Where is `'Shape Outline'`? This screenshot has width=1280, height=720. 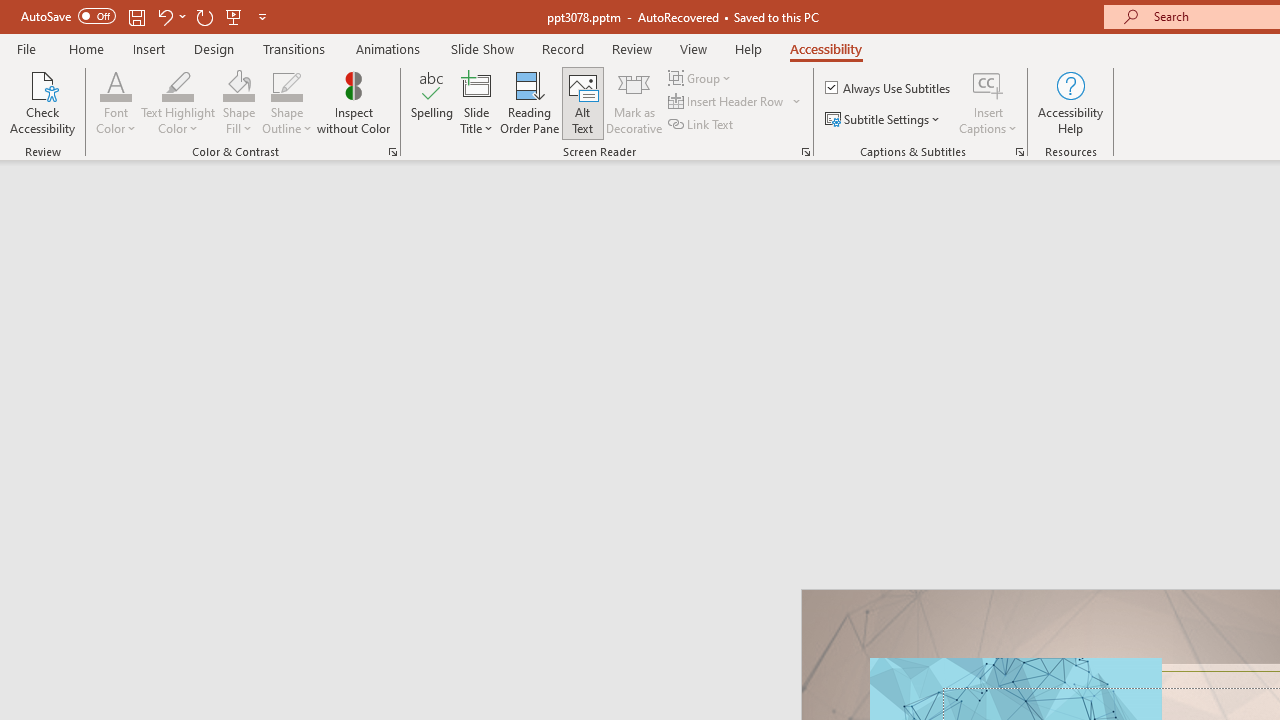
'Shape Outline' is located at coordinates (286, 103).